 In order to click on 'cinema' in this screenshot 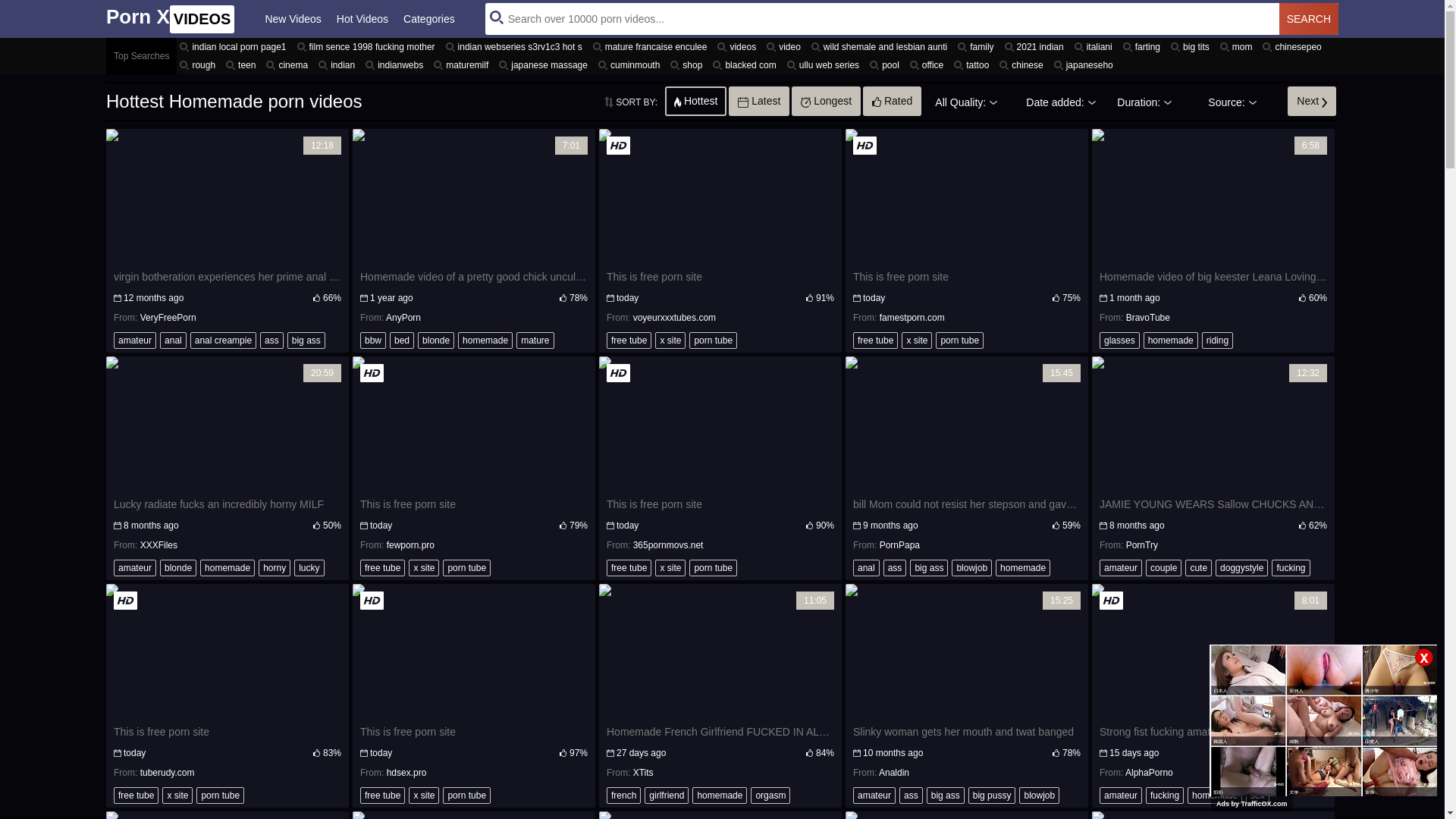, I will do `click(289, 64)`.